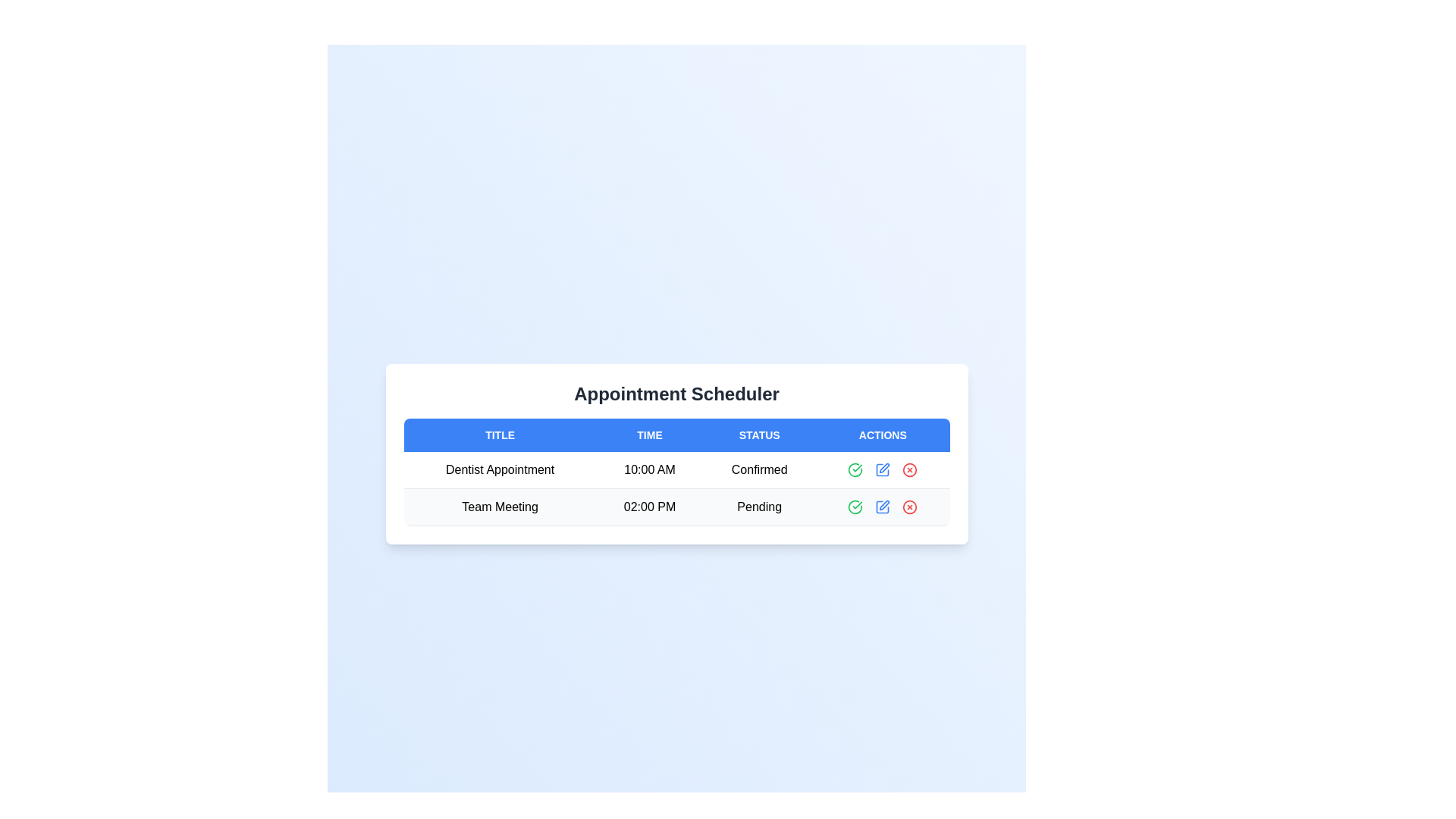  Describe the element at coordinates (884, 505) in the screenshot. I see `the icon button in the 'Actions' column of the second row` at that location.